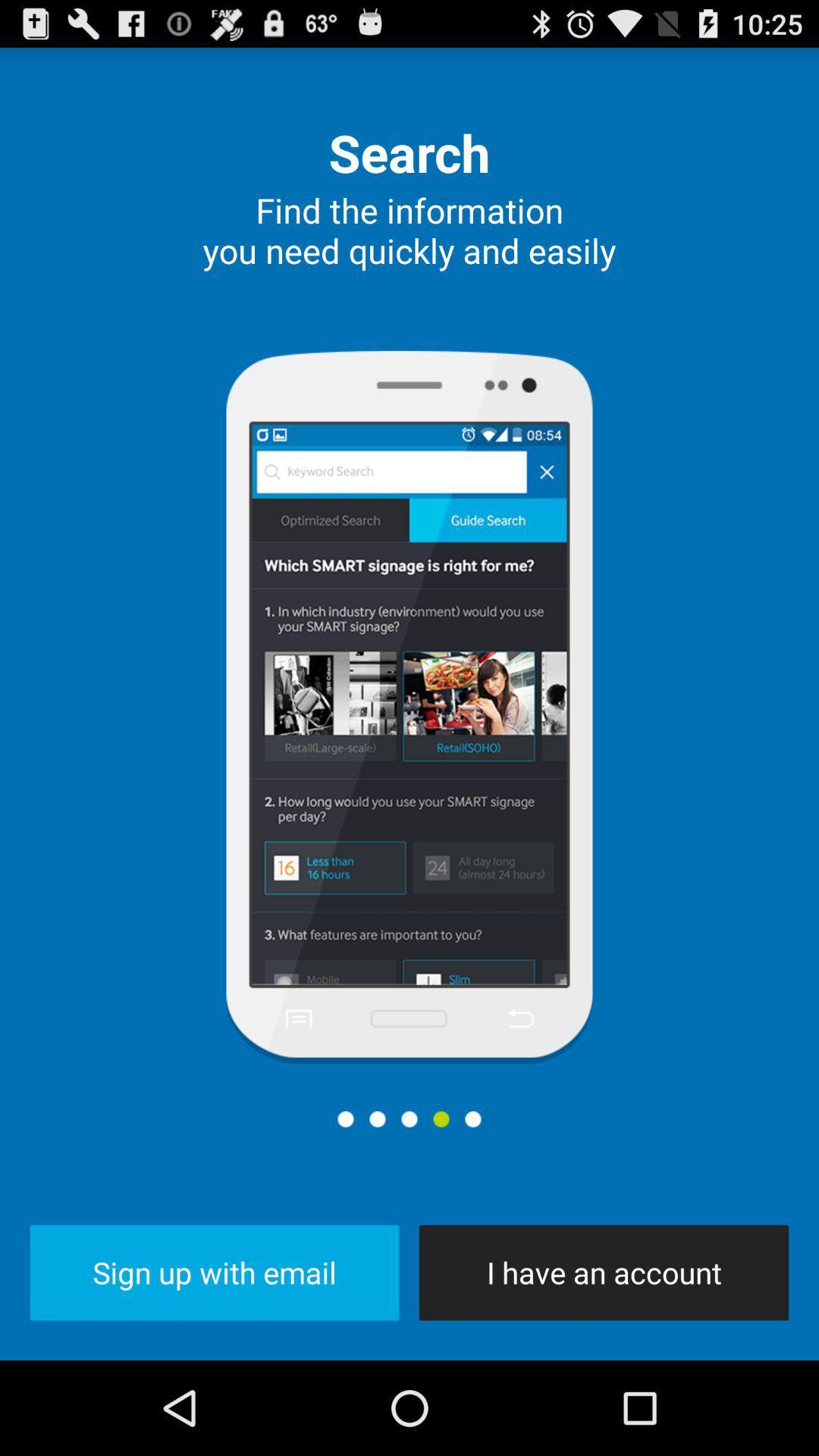 The image size is (819, 1456). What do you see at coordinates (603, 1272) in the screenshot?
I see `the i have an` at bounding box center [603, 1272].